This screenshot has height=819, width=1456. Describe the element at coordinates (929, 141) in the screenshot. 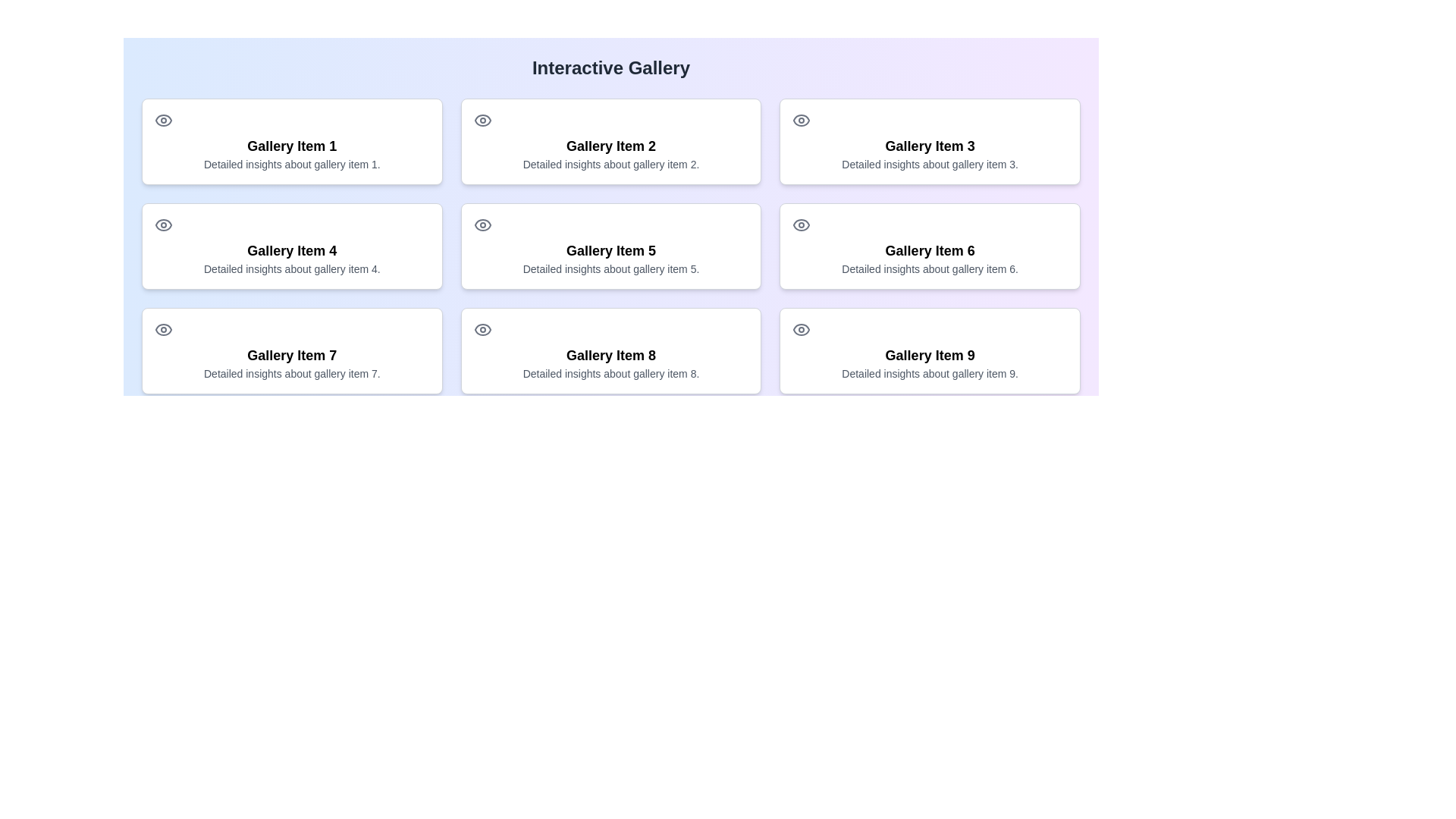

I see `the visual card for 'Gallery Item 3' which contains its title, description, and icon, located in the first row and third column of the grid` at that location.